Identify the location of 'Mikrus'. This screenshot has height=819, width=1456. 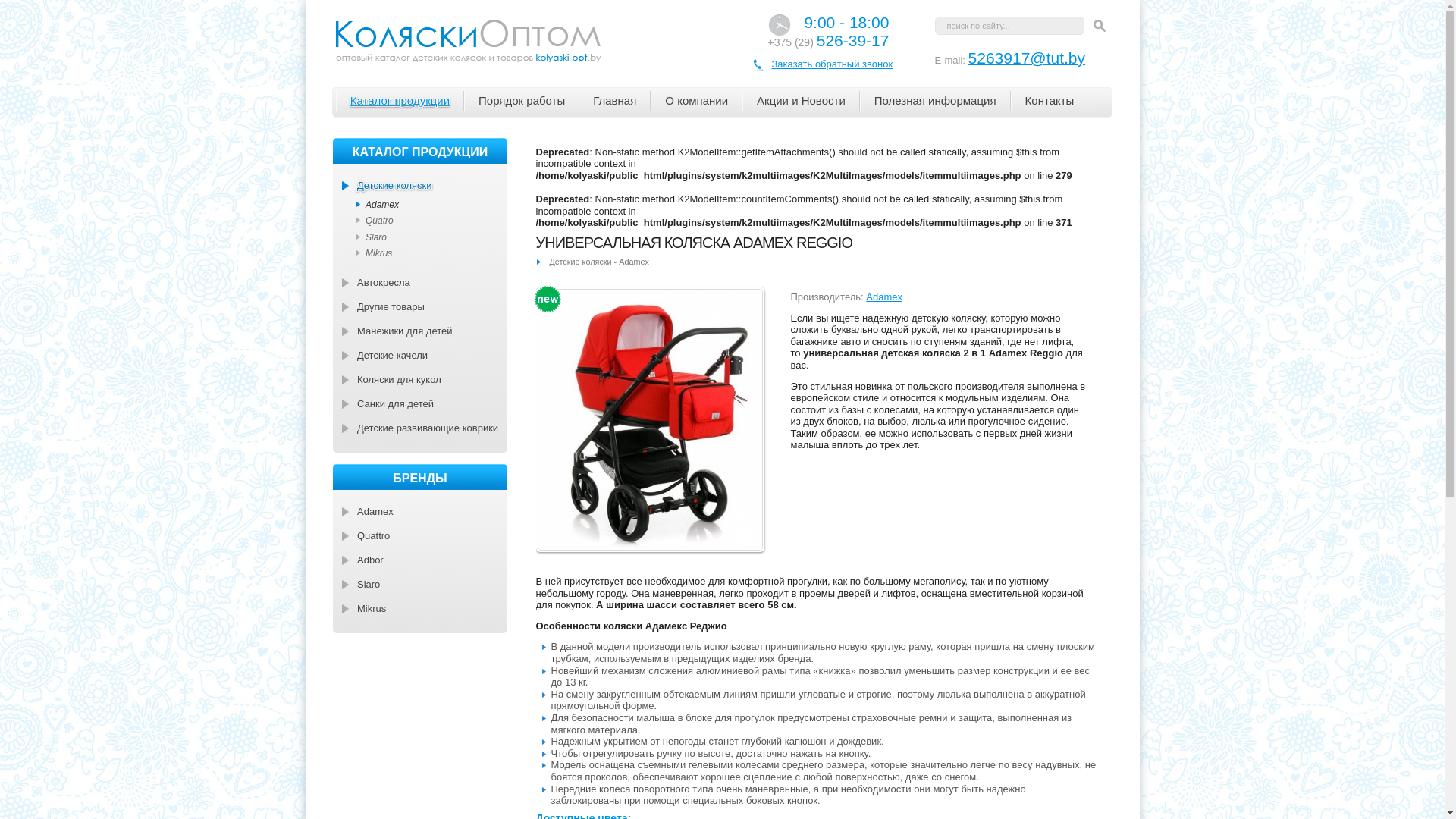
(433, 253).